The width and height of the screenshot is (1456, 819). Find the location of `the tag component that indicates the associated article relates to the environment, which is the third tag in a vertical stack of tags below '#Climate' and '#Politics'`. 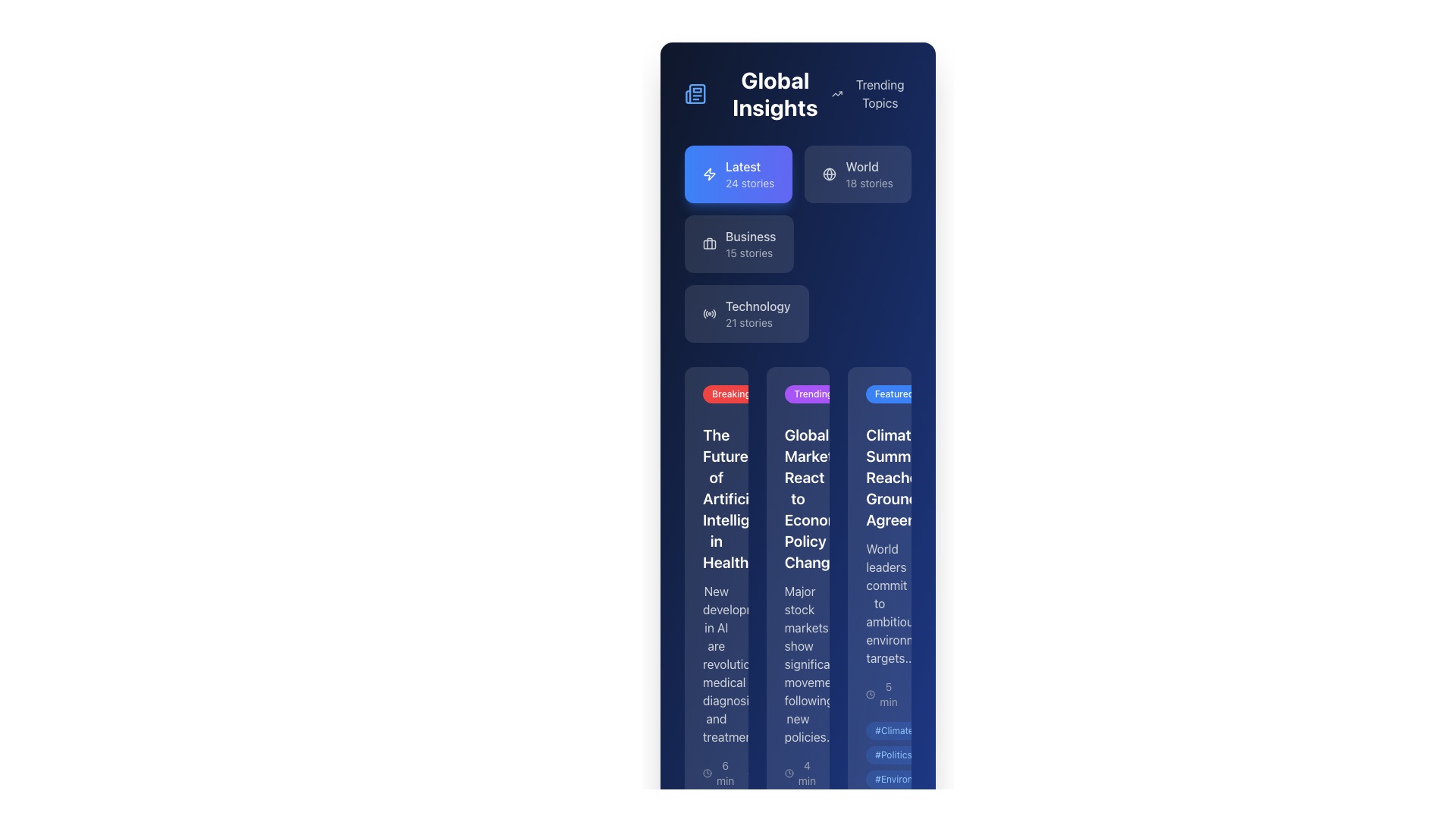

the tag component that indicates the associated article relates to the environment, which is the third tag in a vertical stack of tags below '#Climate' and '#Politics' is located at coordinates (905, 780).